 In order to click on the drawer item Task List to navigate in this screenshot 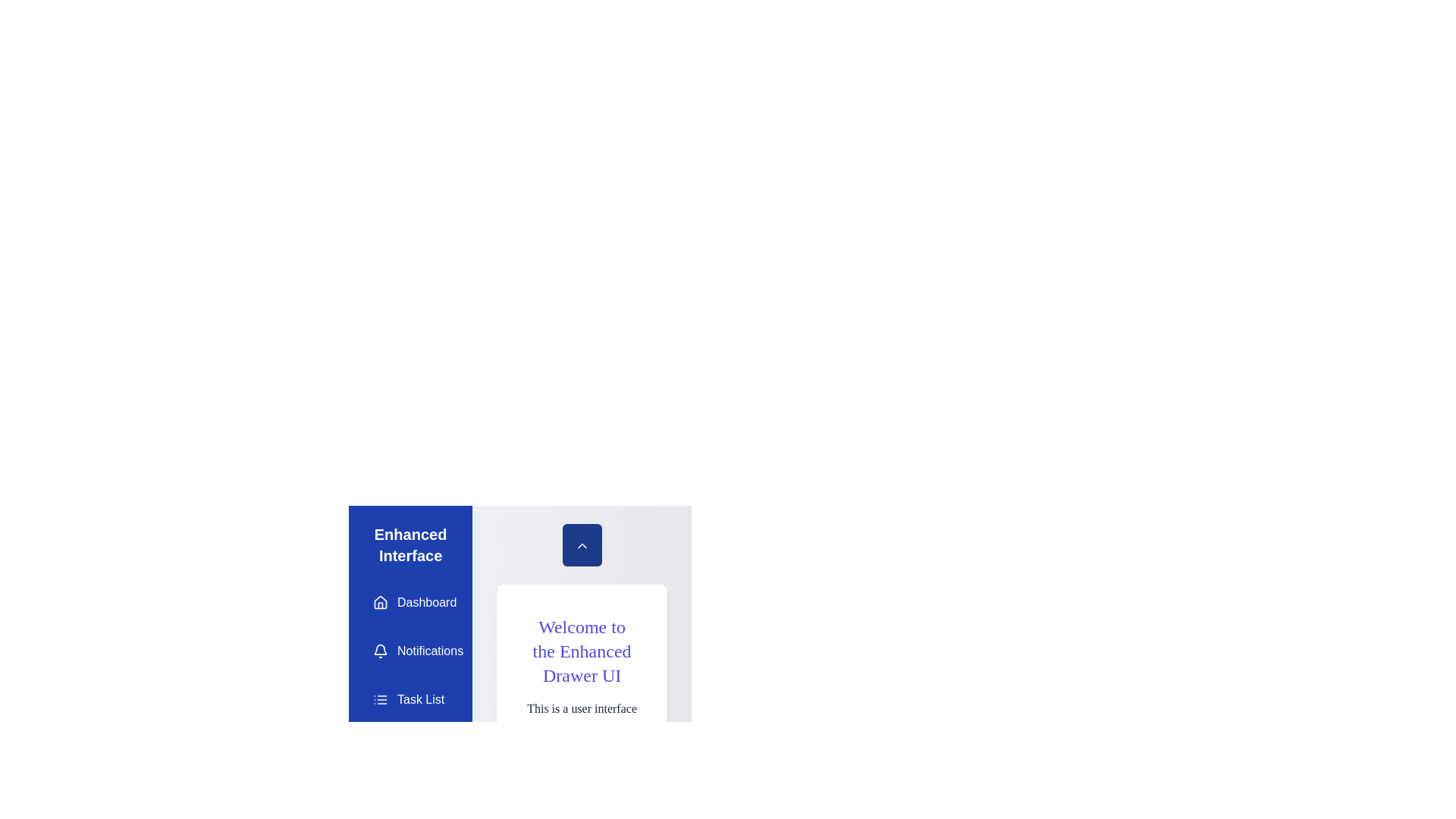, I will do `click(410, 699)`.